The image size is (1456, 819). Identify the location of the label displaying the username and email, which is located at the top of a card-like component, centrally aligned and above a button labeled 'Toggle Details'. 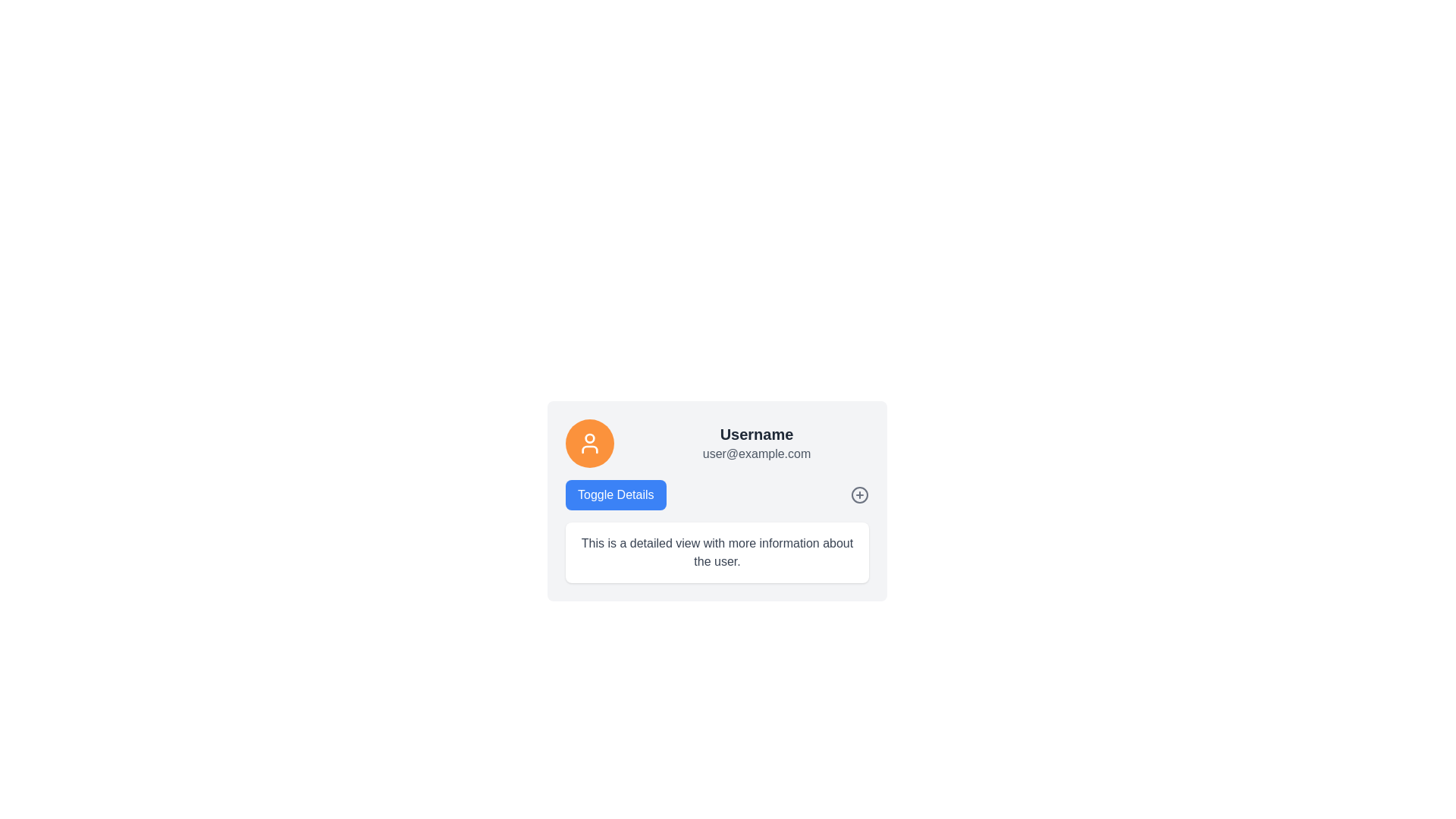
(716, 444).